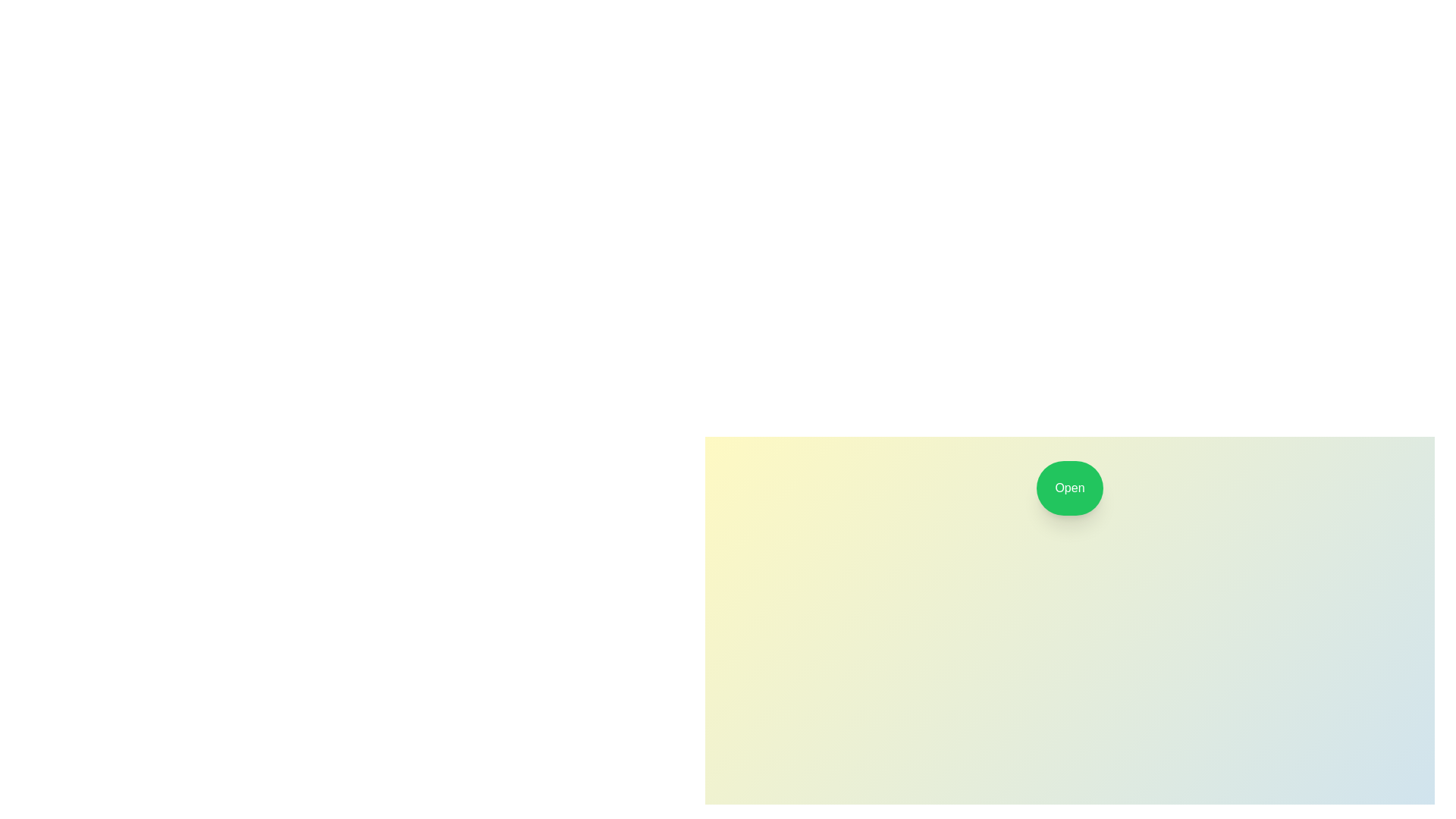  I want to click on the 'Open' button to toggle the menu visibility, so click(1069, 488).